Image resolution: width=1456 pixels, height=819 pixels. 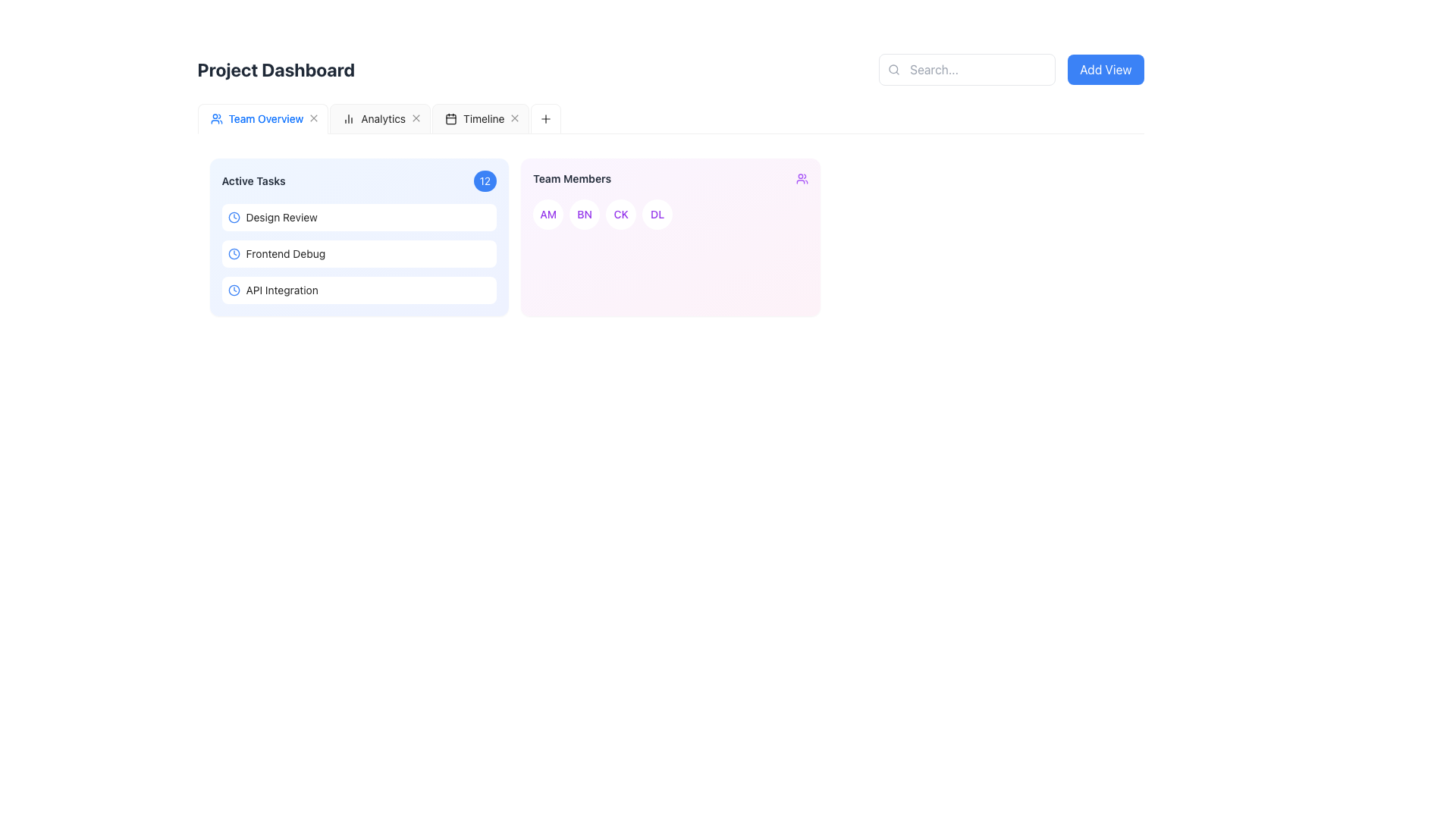 What do you see at coordinates (374, 118) in the screenshot?
I see `the 'Analytics' tab located in the navigation section at the top of the interface` at bounding box center [374, 118].